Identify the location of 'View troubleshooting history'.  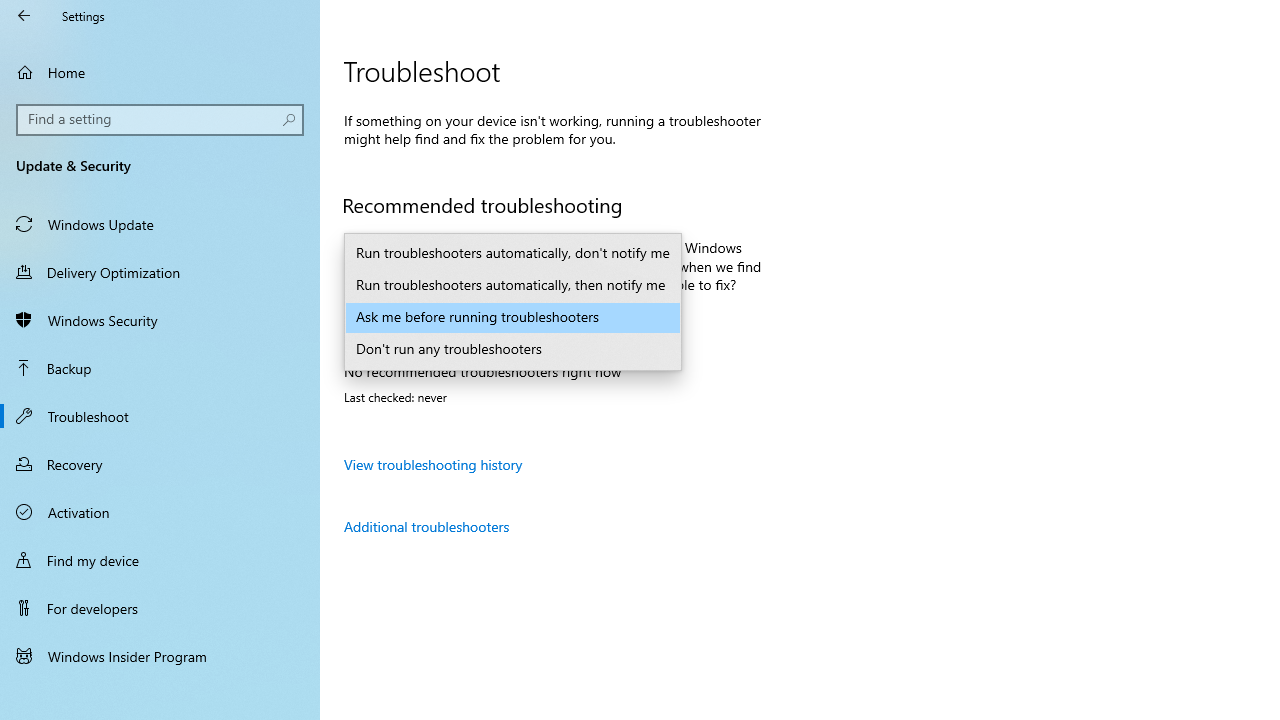
(432, 464).